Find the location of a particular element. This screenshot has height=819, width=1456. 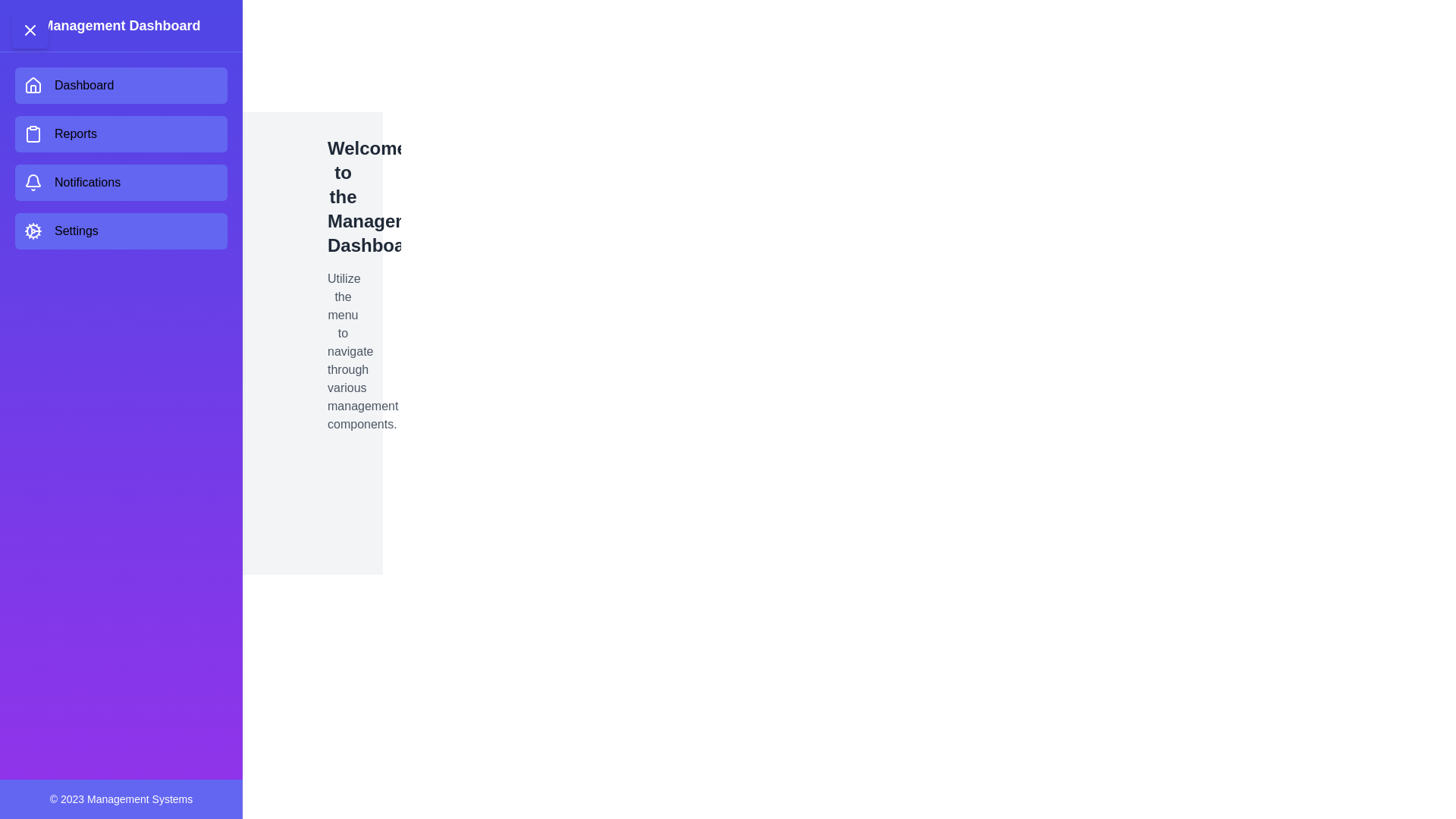

the notification icon located within the 'Notifications' button in the vertical navigation menu, positioned third from the top and to the left of the 'Notifications' text label is located at coordinates (33, 181).